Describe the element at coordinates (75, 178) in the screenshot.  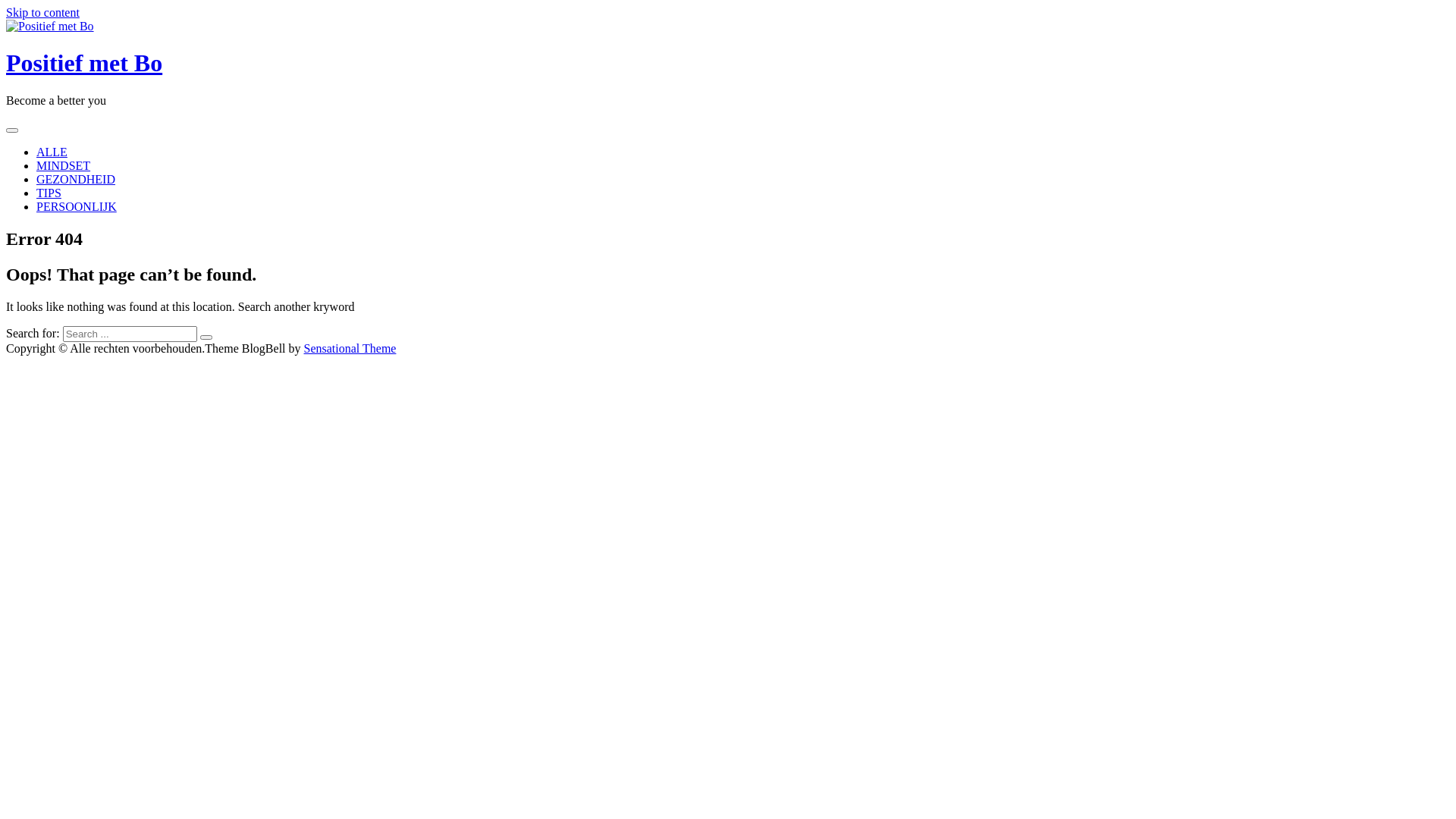
I see `'GEZONDHEID'` at that location.